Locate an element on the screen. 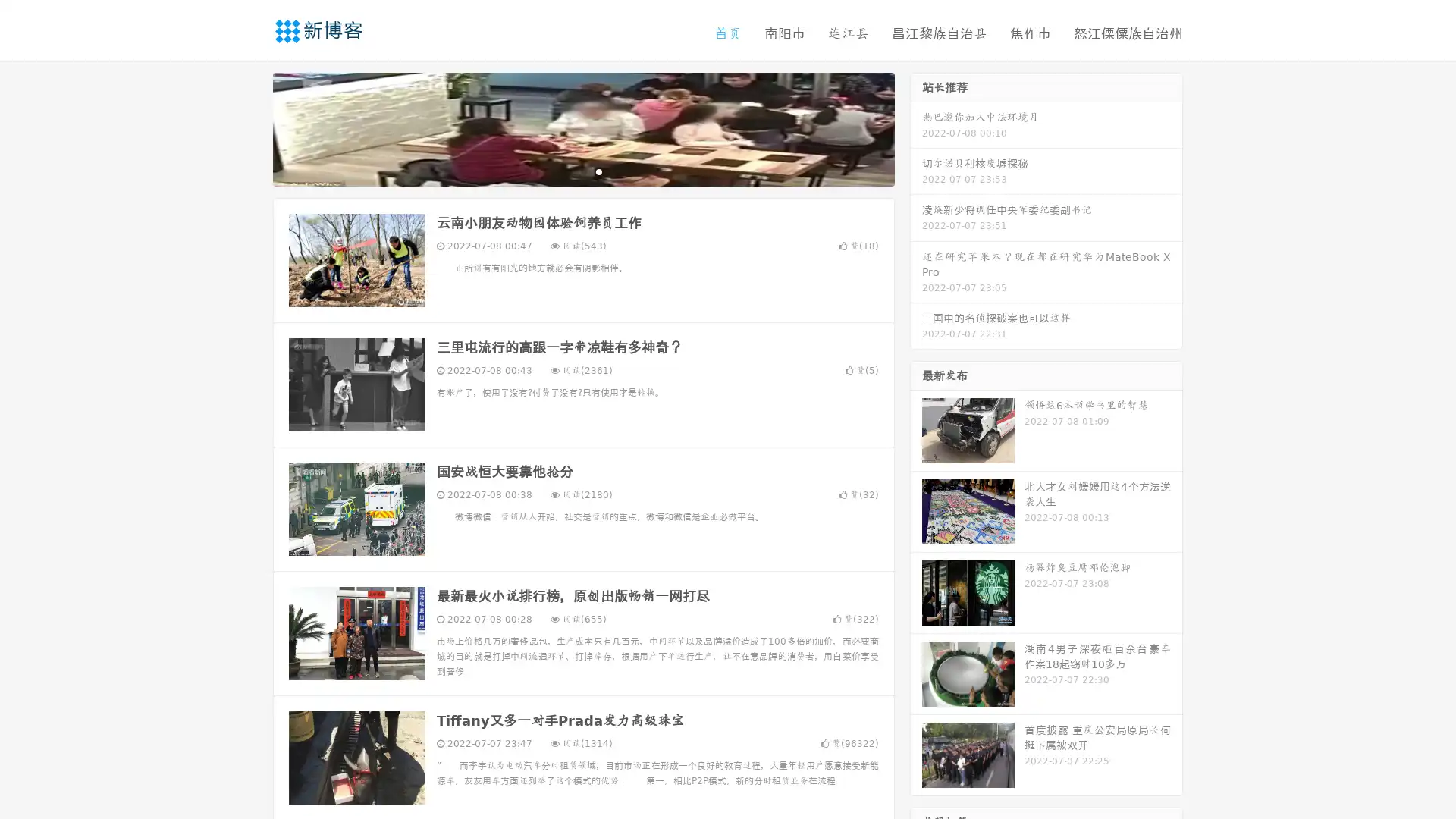 Image resolution: width=1456 pixels, height=819 pixels. Go to slide 3 is located at coordinates (598, 171).